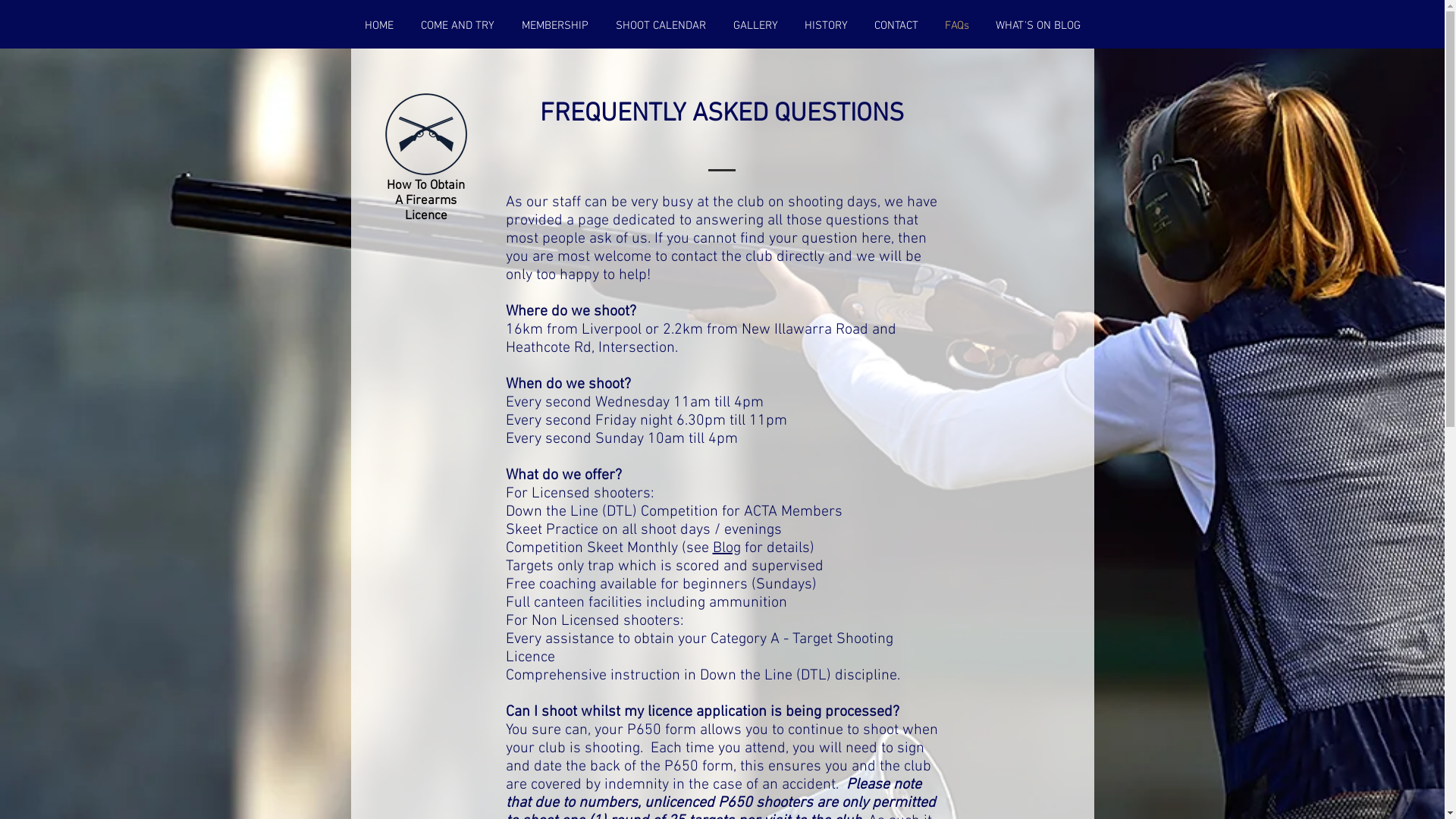  I want to click on 'GALLERY', so click(755, 26).